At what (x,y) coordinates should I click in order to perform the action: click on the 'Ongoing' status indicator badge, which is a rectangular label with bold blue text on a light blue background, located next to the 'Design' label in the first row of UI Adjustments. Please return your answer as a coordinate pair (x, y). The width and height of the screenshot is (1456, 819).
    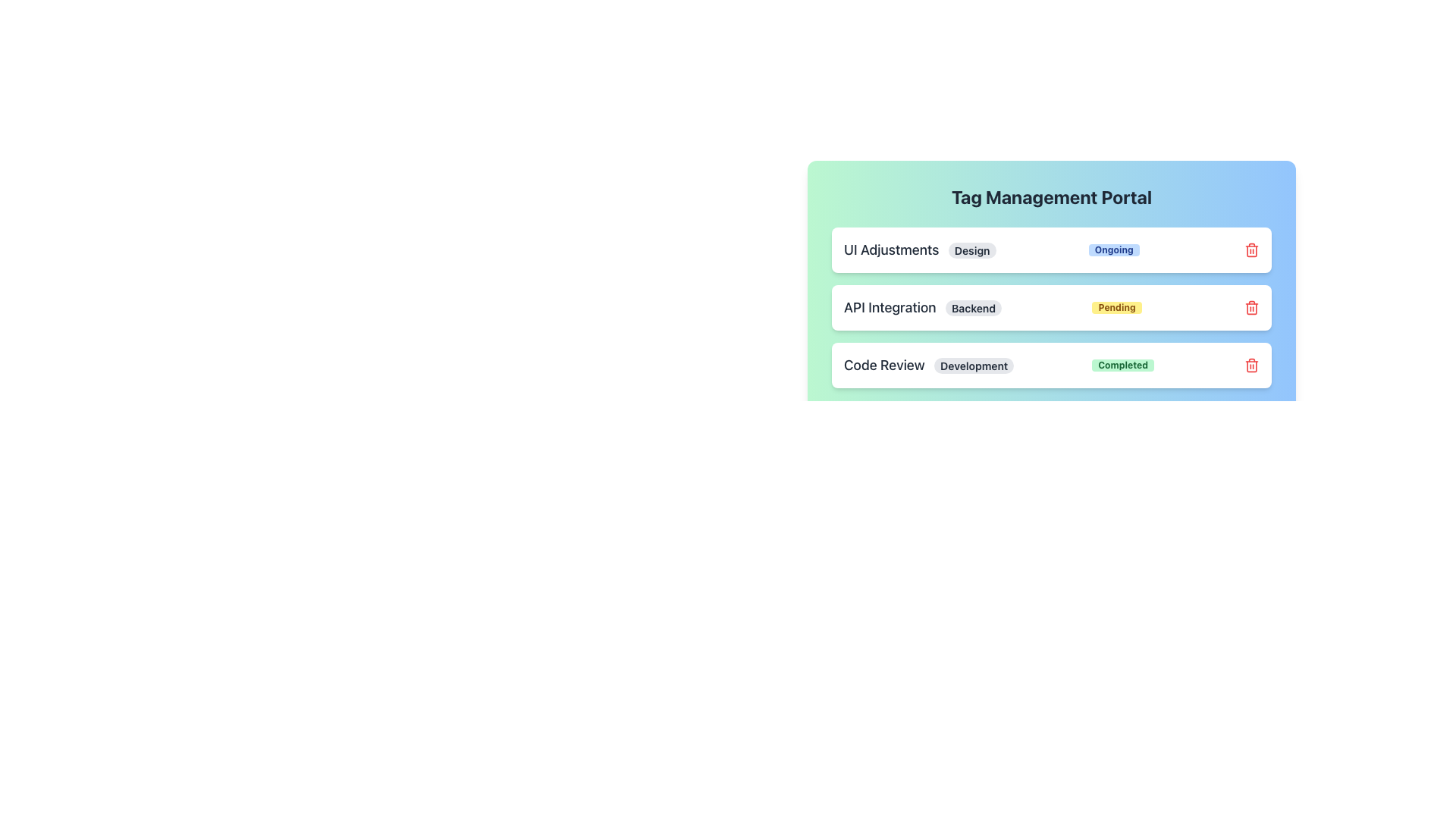
    Looking at the image, I should click on (1114, 249).